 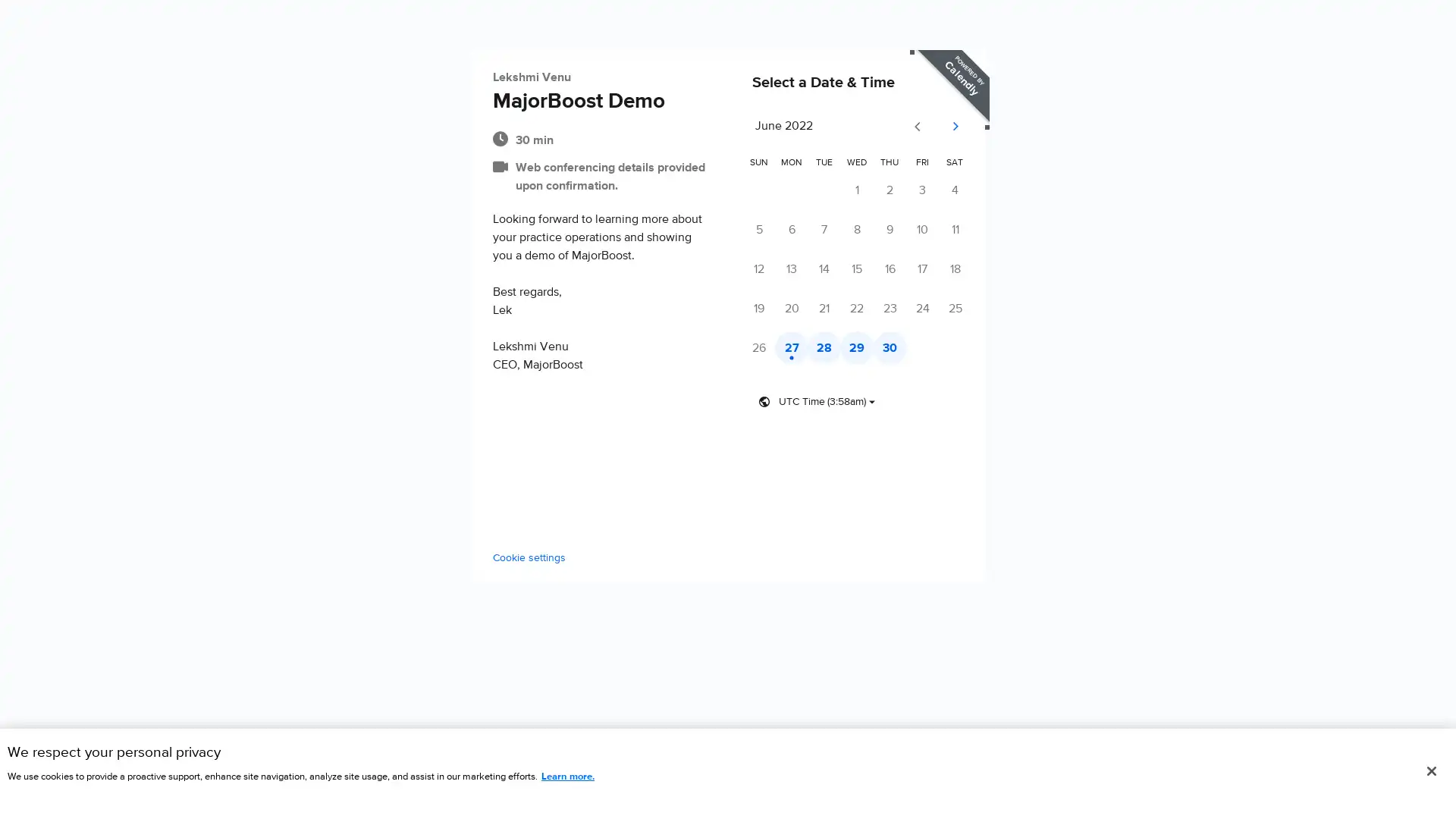 I want to click on Sunday, June 19 - No times available, so click(x=761, y=309).